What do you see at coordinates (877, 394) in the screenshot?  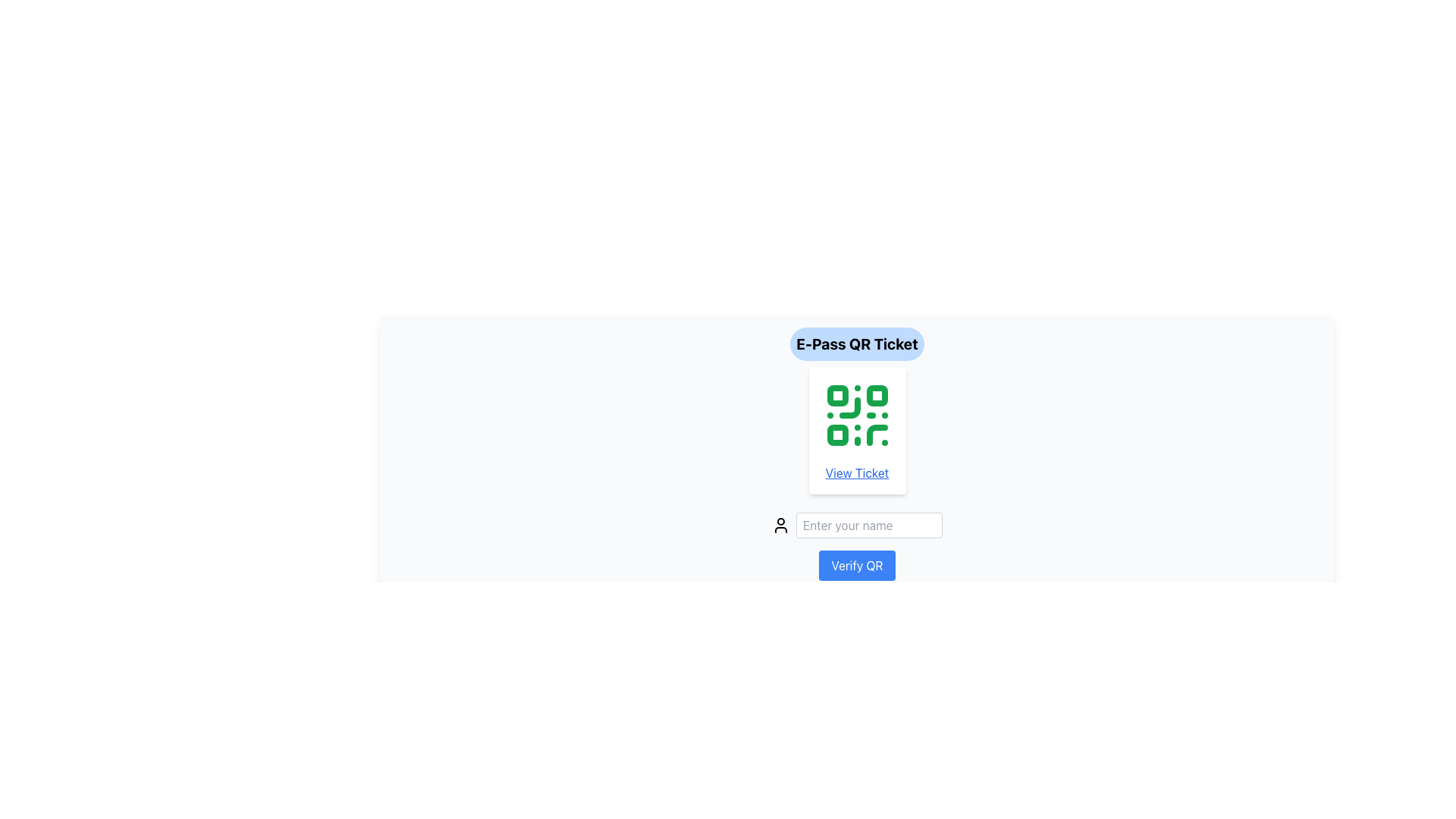 I see `the small green square located in the top-right corner of the QR code icon, which is part of the 'E-Pass QR Ticket' design` at bounding box center [877, 394].